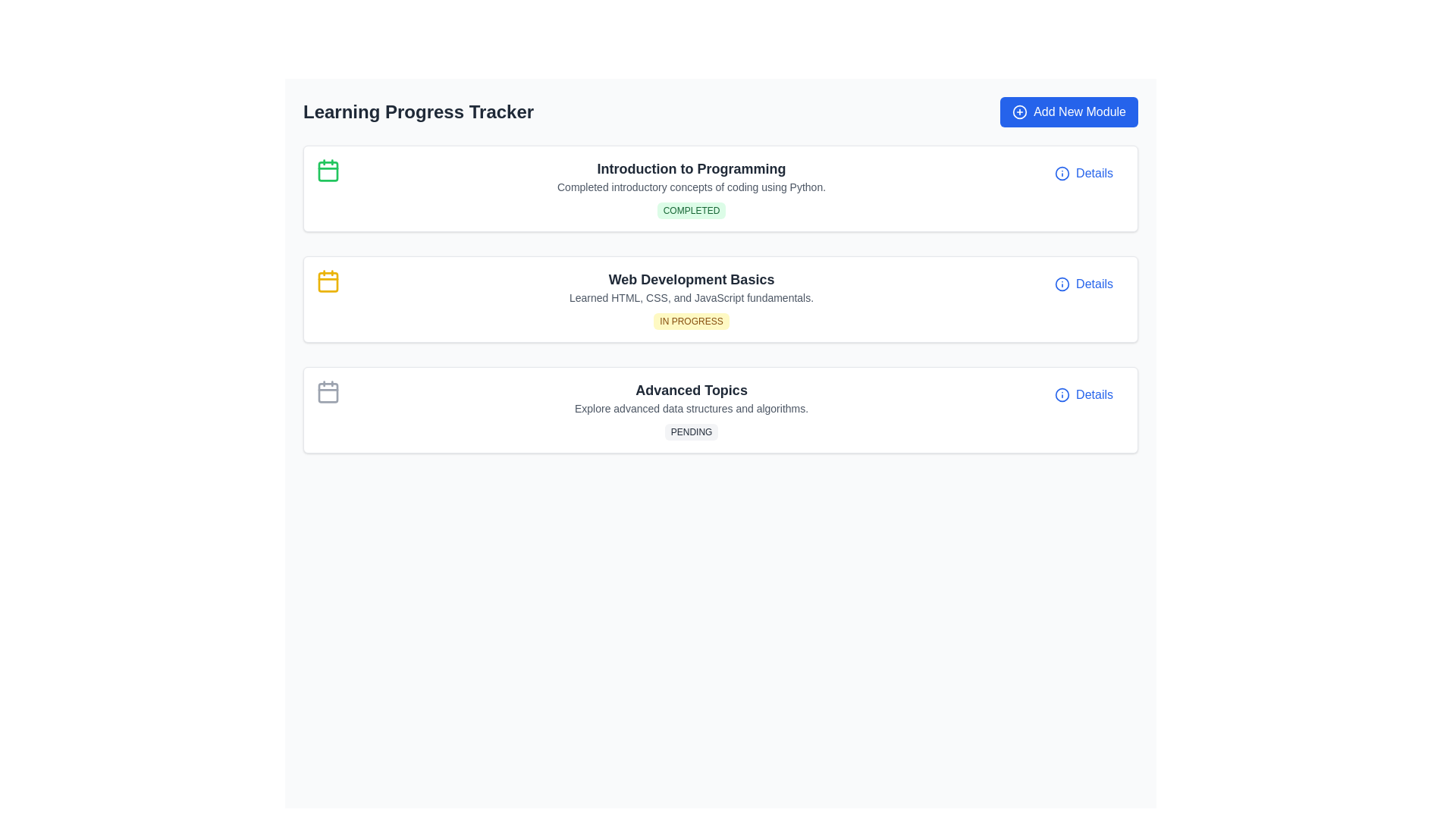 The width and height of the screenshot is (1456, 819). What do you see at coordinates (691, 169) in the screenshot?
I see `the module title label that indicates the name of the course or topic in the learning progress tracker interface` at bounding box center [691, 169].